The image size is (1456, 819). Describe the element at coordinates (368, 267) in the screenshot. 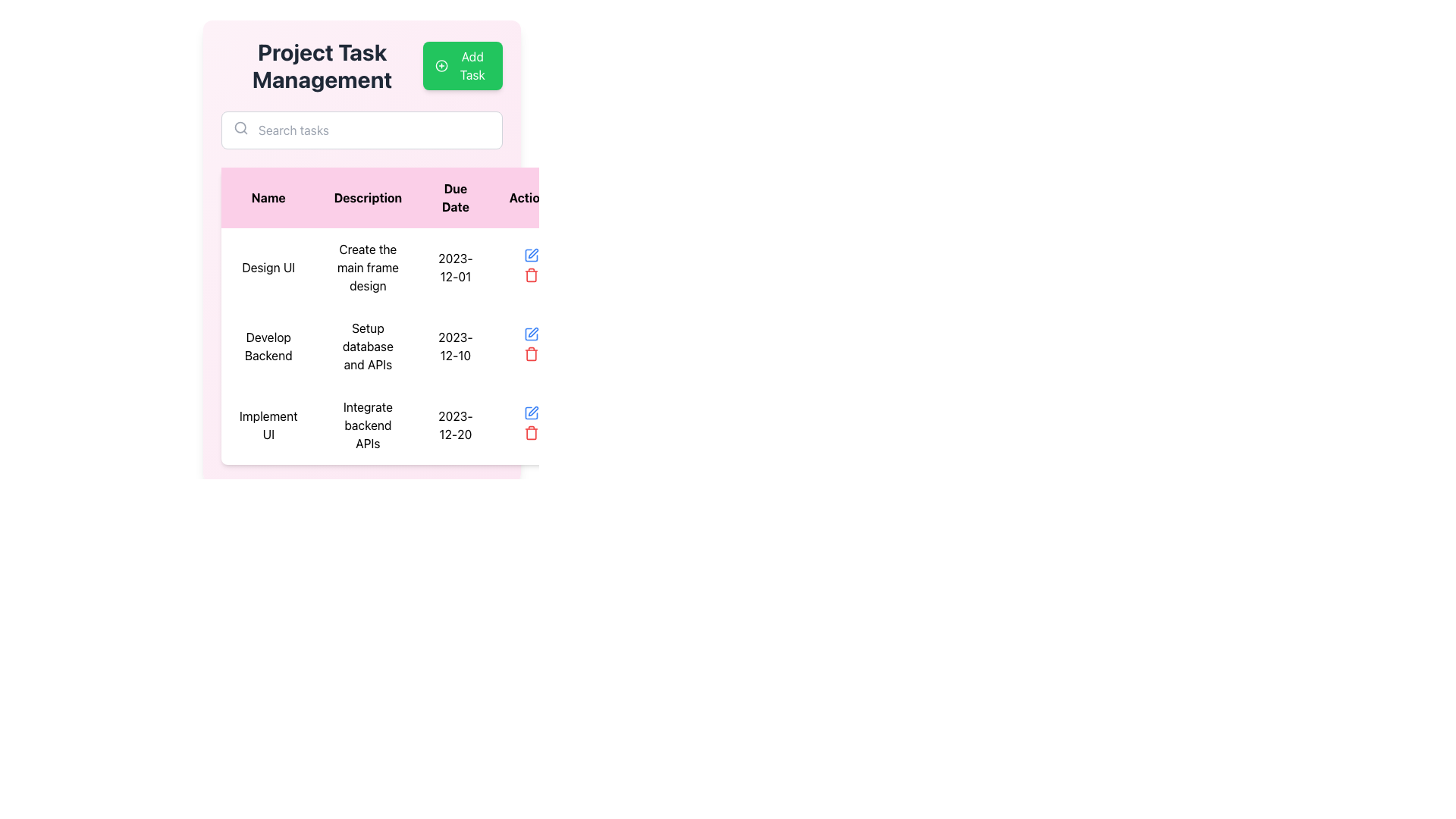

I see `the Text Label in the second column, second row of the table that provides a detailed description of the task or item associated with this row` at that location.